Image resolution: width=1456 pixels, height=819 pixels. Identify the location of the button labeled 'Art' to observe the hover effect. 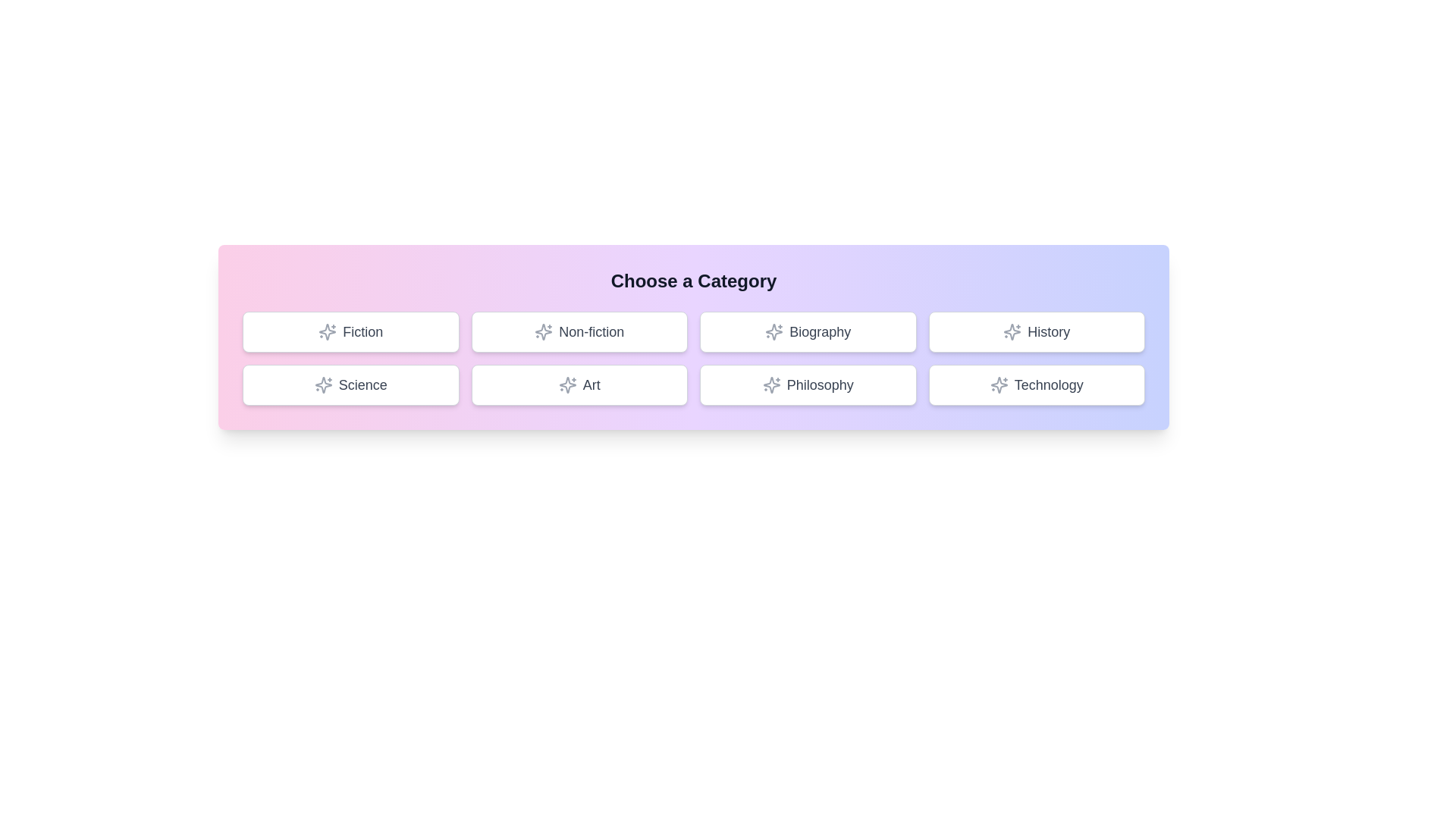
(579, 384).